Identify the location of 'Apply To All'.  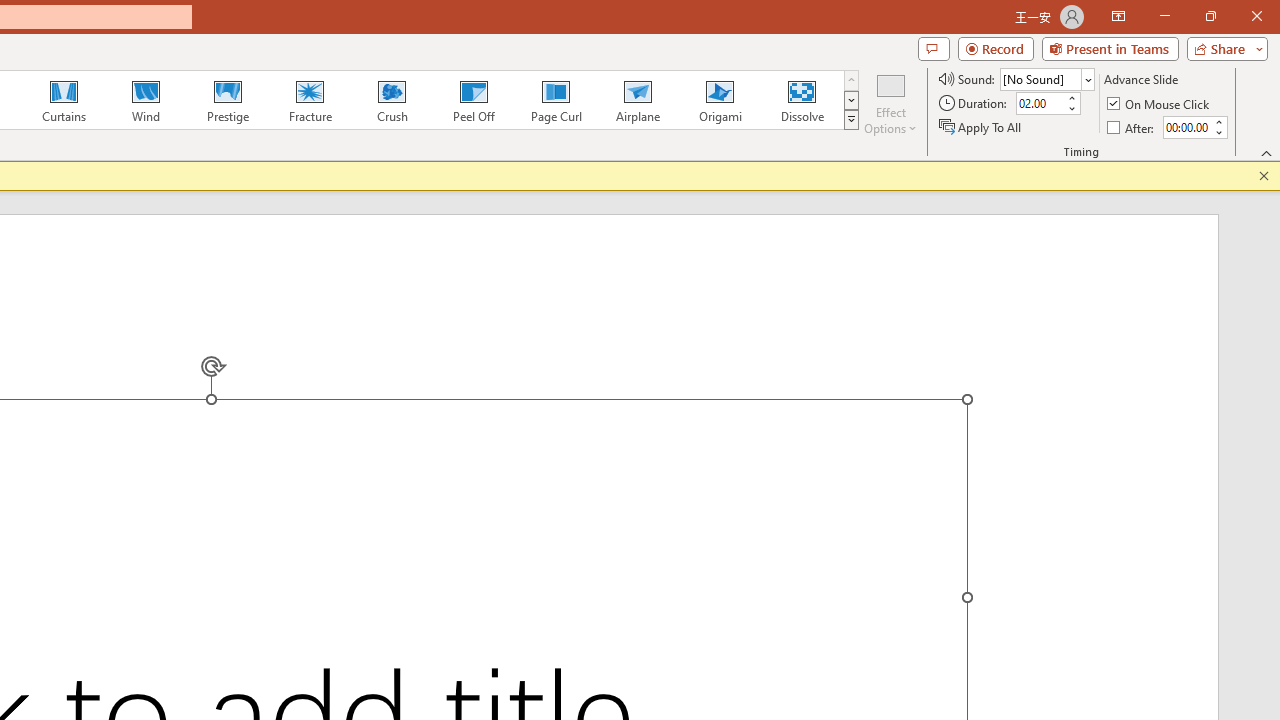
(981, 127).